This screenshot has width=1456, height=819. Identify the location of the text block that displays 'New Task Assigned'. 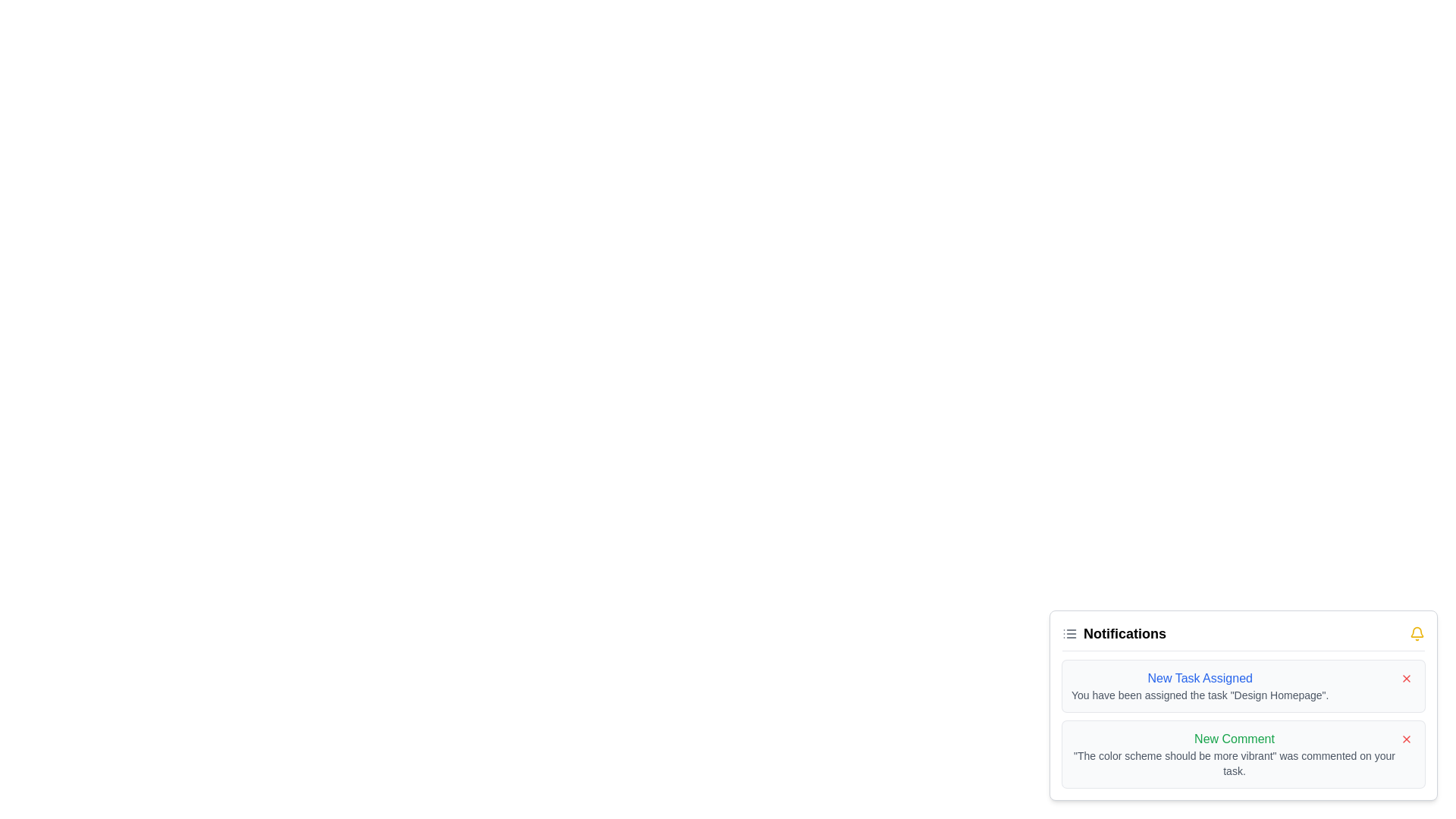
(1199, 686).